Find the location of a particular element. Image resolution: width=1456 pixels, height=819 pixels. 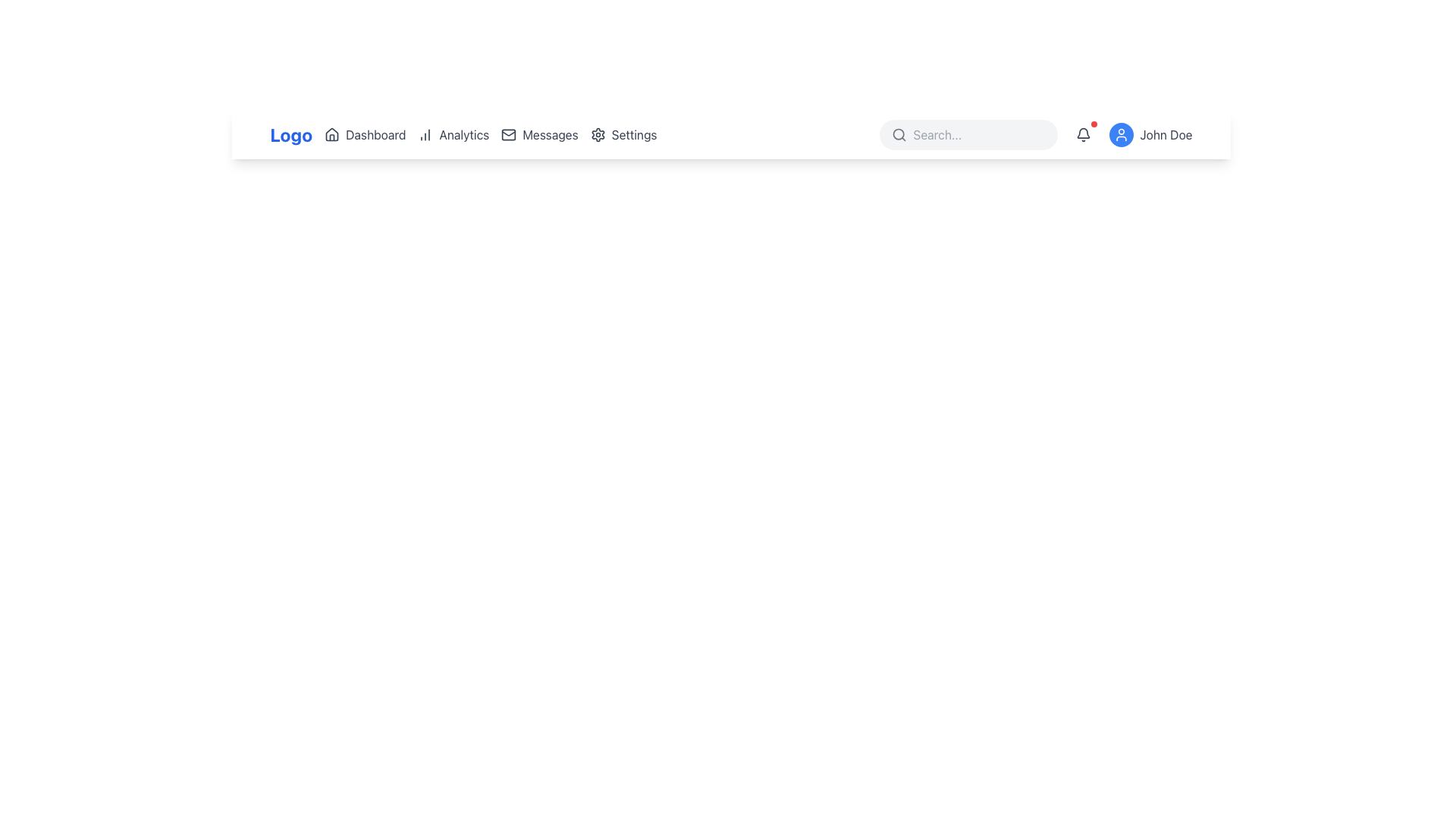

the 'Messages' hyperlink element, styled as a navigation item with an icon and text label is located at coordinates (539, 133).